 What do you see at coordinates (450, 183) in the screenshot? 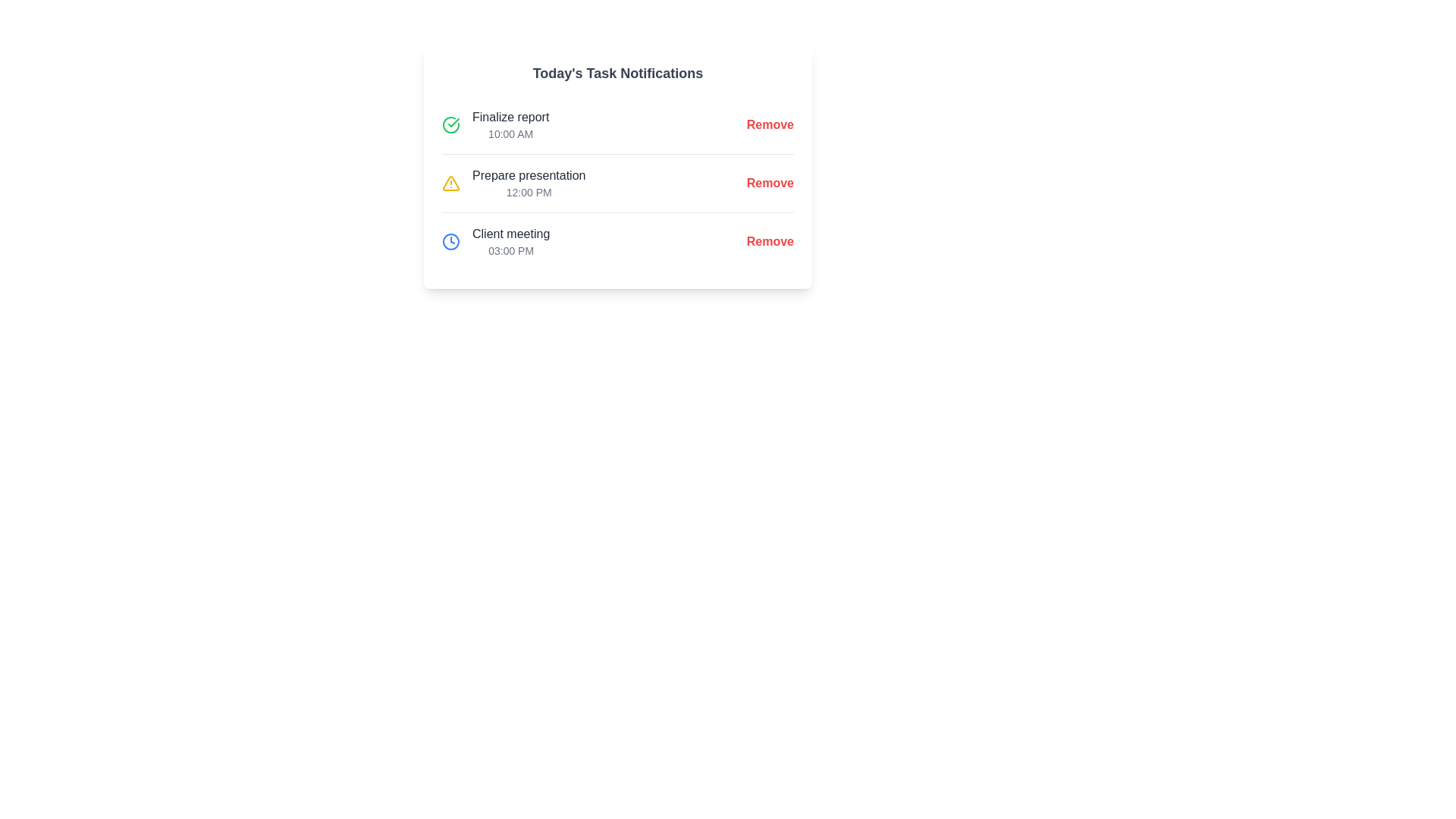
I see `the prominent yellow and black triangle icon with an exclamation mark, located to the left of the 'Prepare presentation' text and aligned with the '12:00 PM' time label in the task notifications list` at bounding box center [450, 183].